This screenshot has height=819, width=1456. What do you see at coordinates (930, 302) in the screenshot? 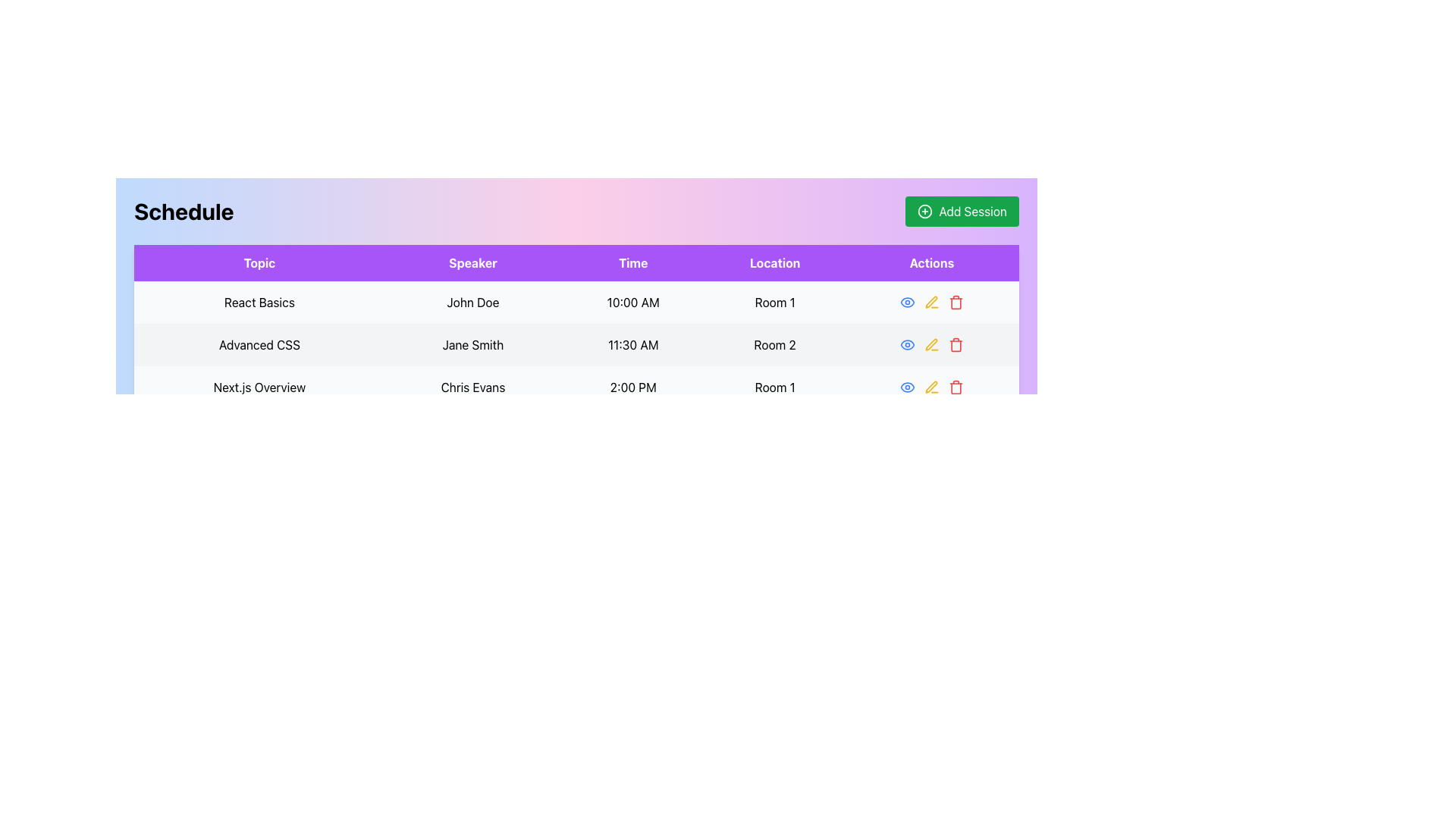
I see `the pen icon located in the 'Actions' column of the second row of a table` at bounding box center [930, 302].